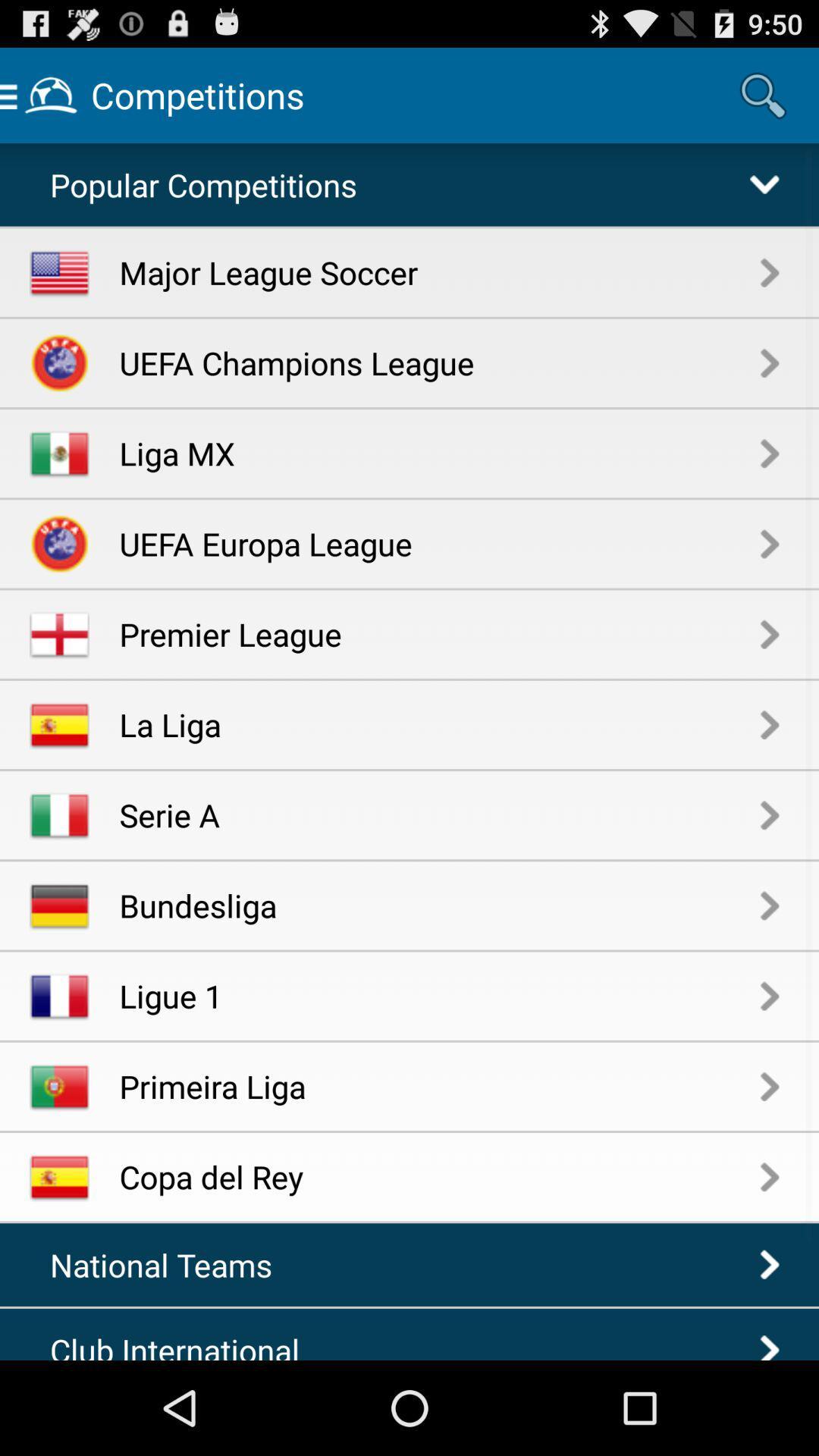 This screenshot has width=819, height=1456. Describe the element at coordinates (440, 1085) in the screenshot. I see `icon below the ligue 1 app` at that location.